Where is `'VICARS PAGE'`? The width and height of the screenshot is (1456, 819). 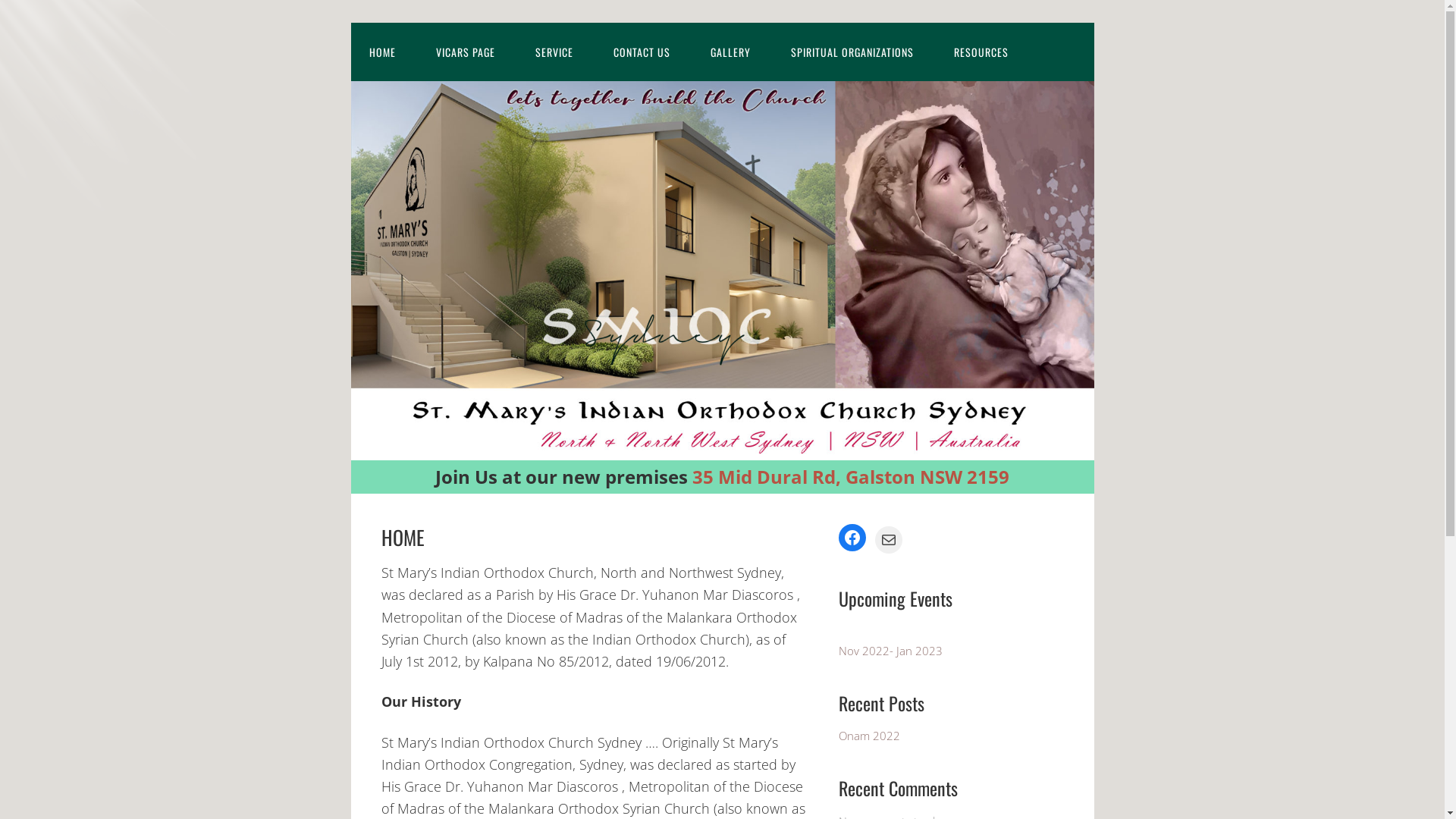 'VICARS PAGE' is located at coordinates (464, 51).